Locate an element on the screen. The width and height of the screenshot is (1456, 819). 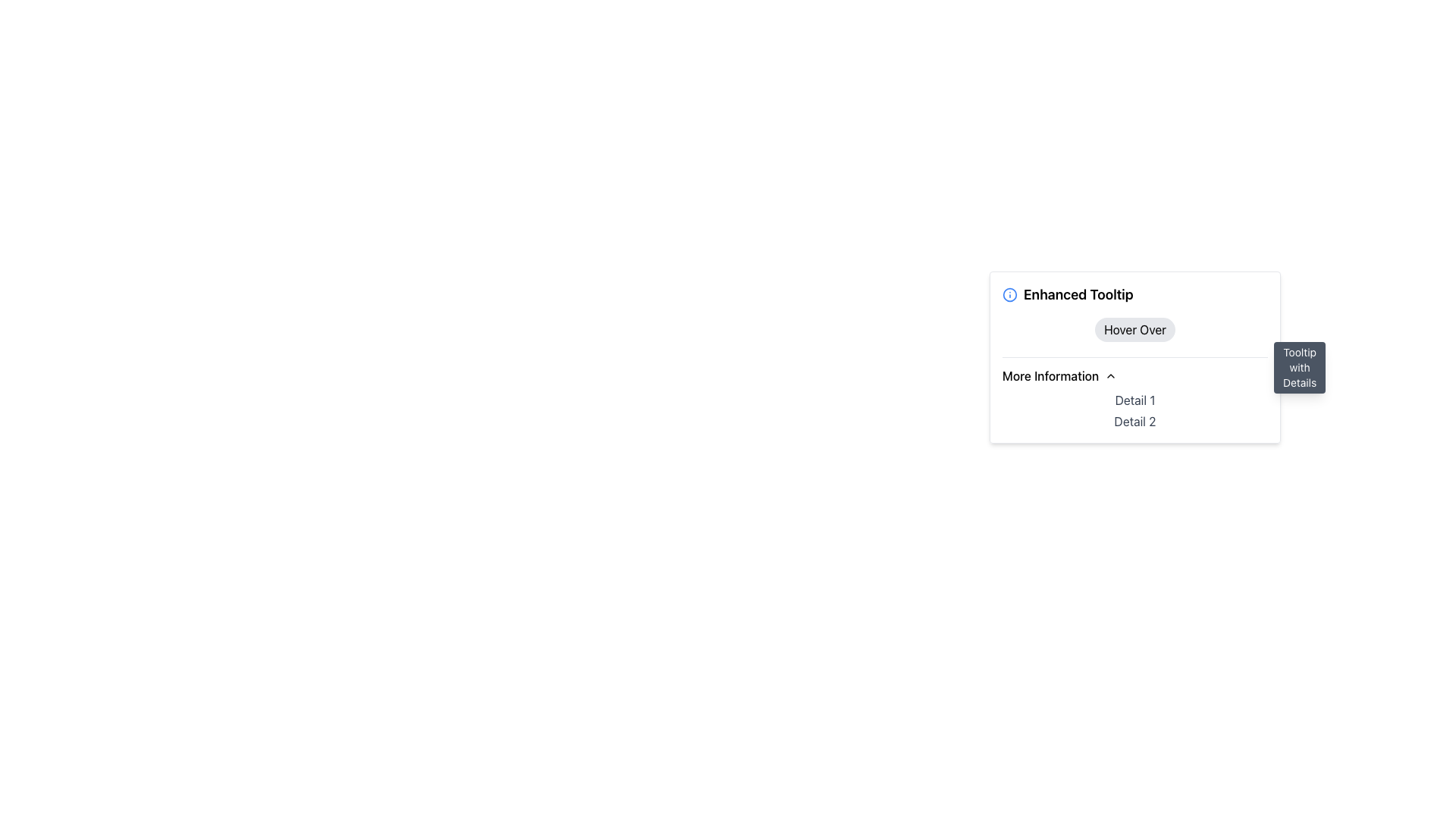
the rounded rectangular button labeled 'Hover Over' with a light gray background located in the 'Enhanced Tooltip' section is located at coordinates (1135, 329).